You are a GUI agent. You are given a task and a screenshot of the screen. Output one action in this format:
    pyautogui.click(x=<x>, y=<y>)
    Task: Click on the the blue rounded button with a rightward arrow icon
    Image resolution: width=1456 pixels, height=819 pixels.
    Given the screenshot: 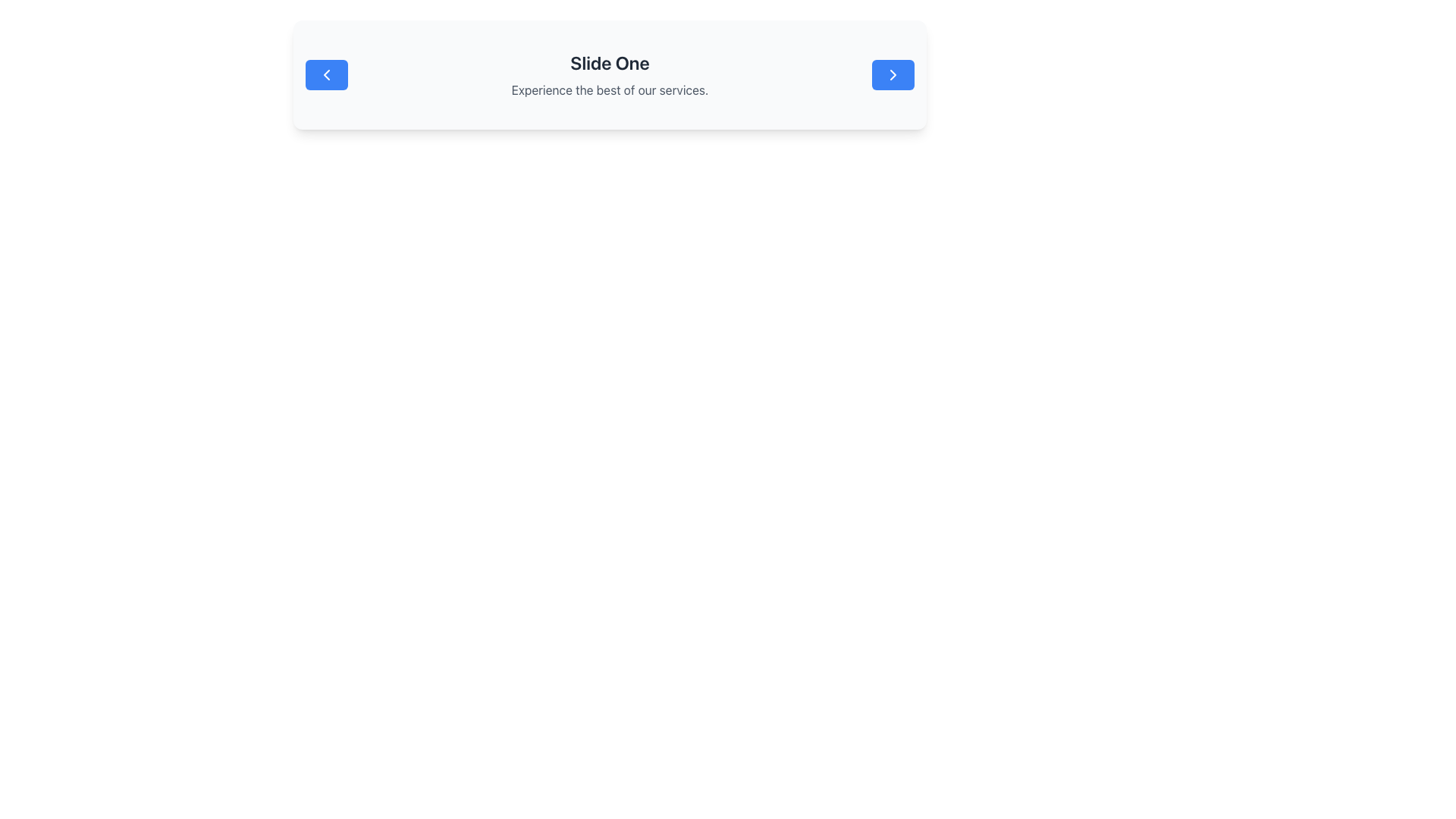 What is the action you would take?
    pyautogui.click(x=893, y=75)
    